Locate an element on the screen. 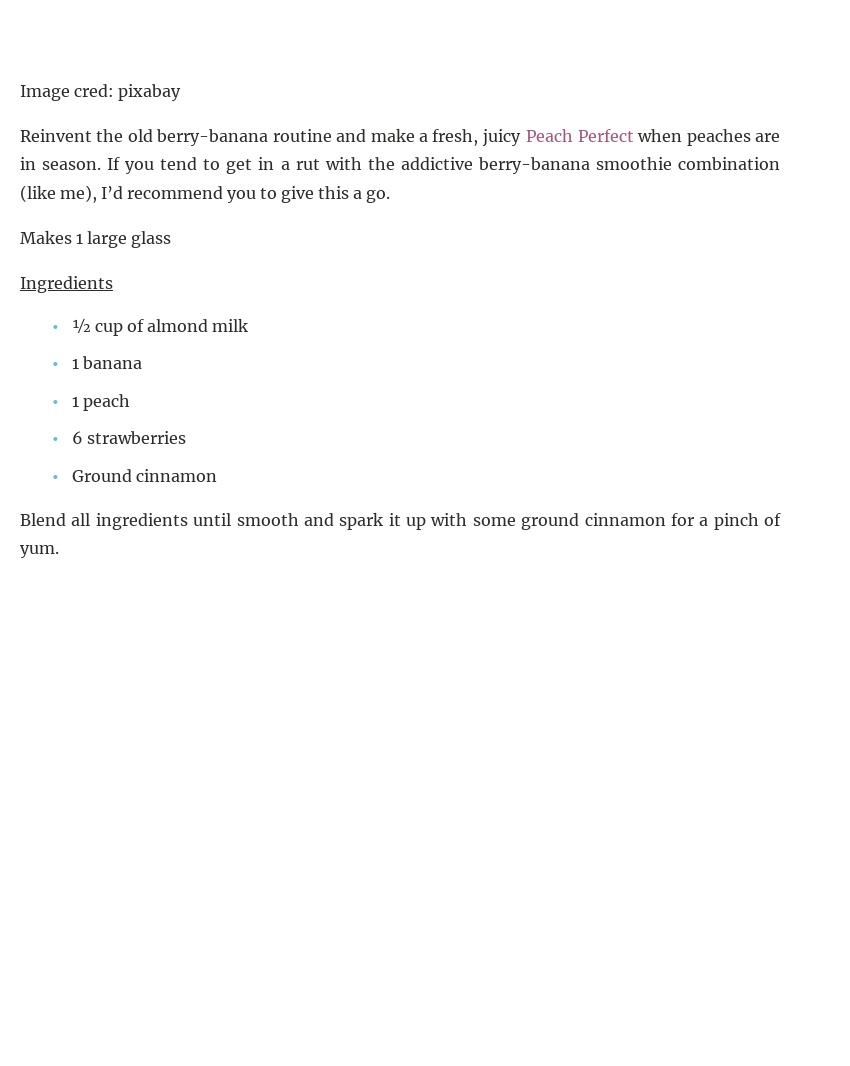 The width and height of the screenshot is (850, 1066). 'Reinvent the old berry-banana routine and make a fresh, juicy' is located at coordinates (271, 133).